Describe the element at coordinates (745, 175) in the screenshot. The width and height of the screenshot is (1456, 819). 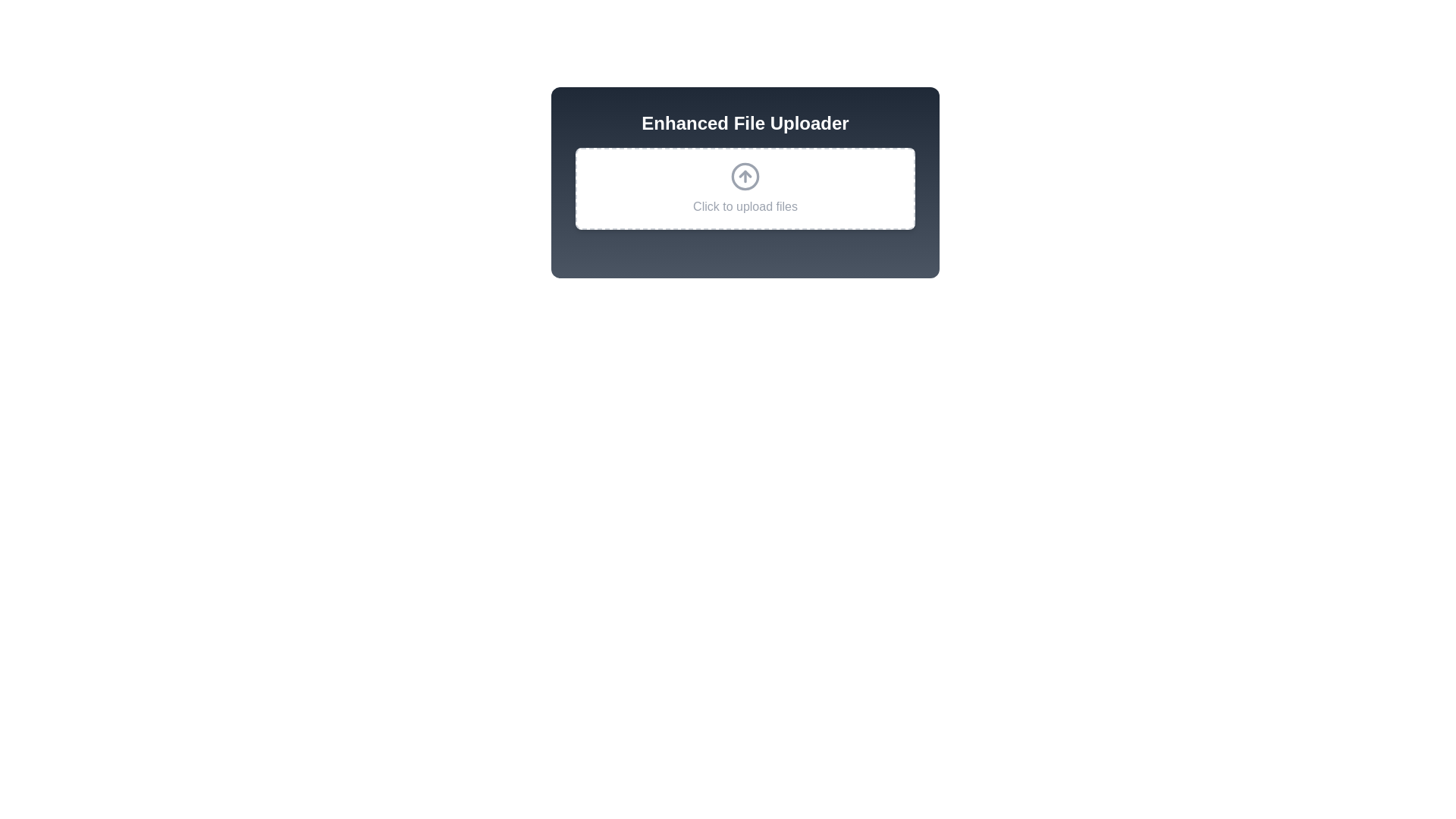
I see `the graphical enhancement element located centrally within the upload section of the page interface` at that location.